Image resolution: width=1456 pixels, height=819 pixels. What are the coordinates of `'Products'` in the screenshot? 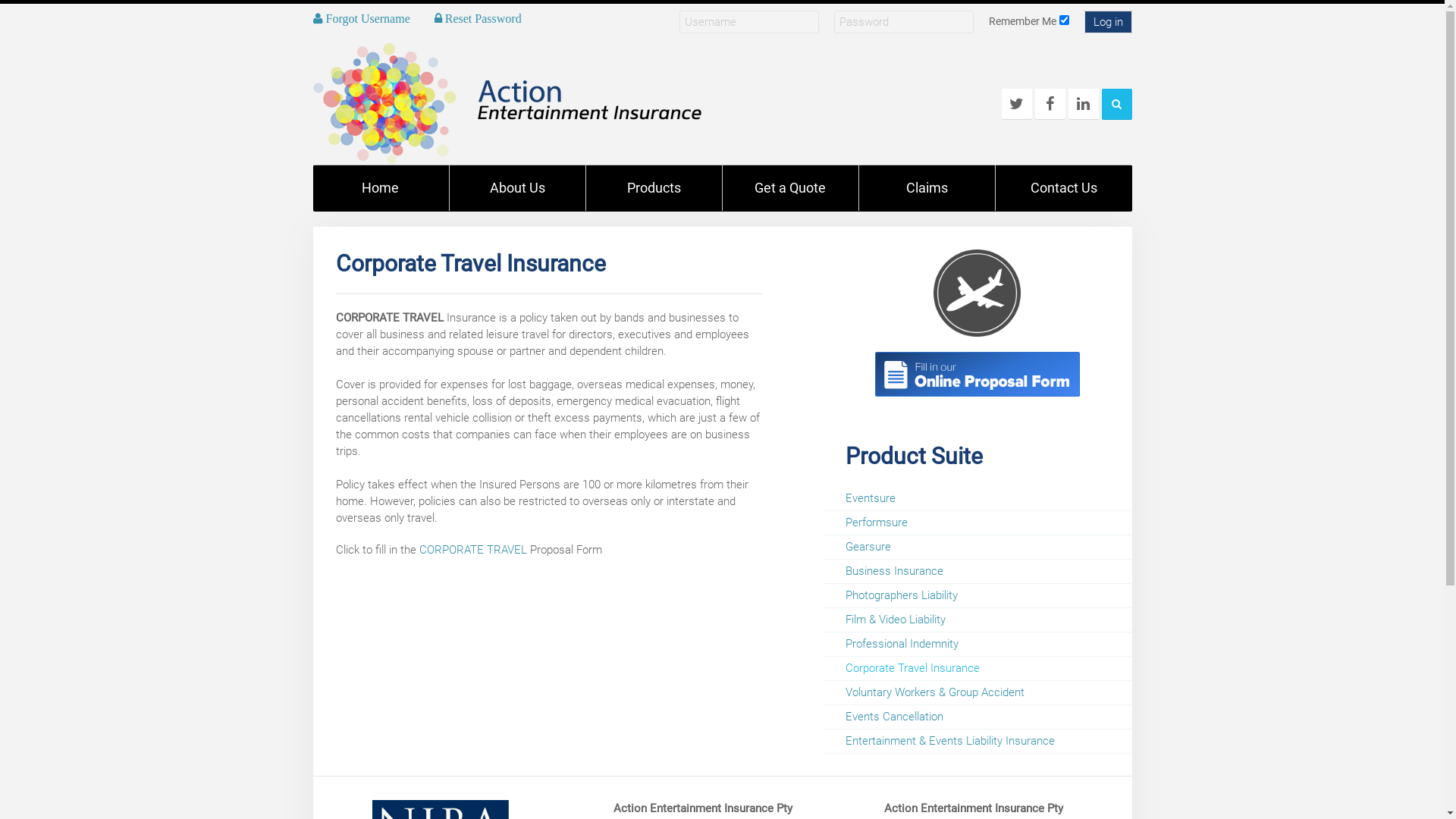 It's located at (654, 187).